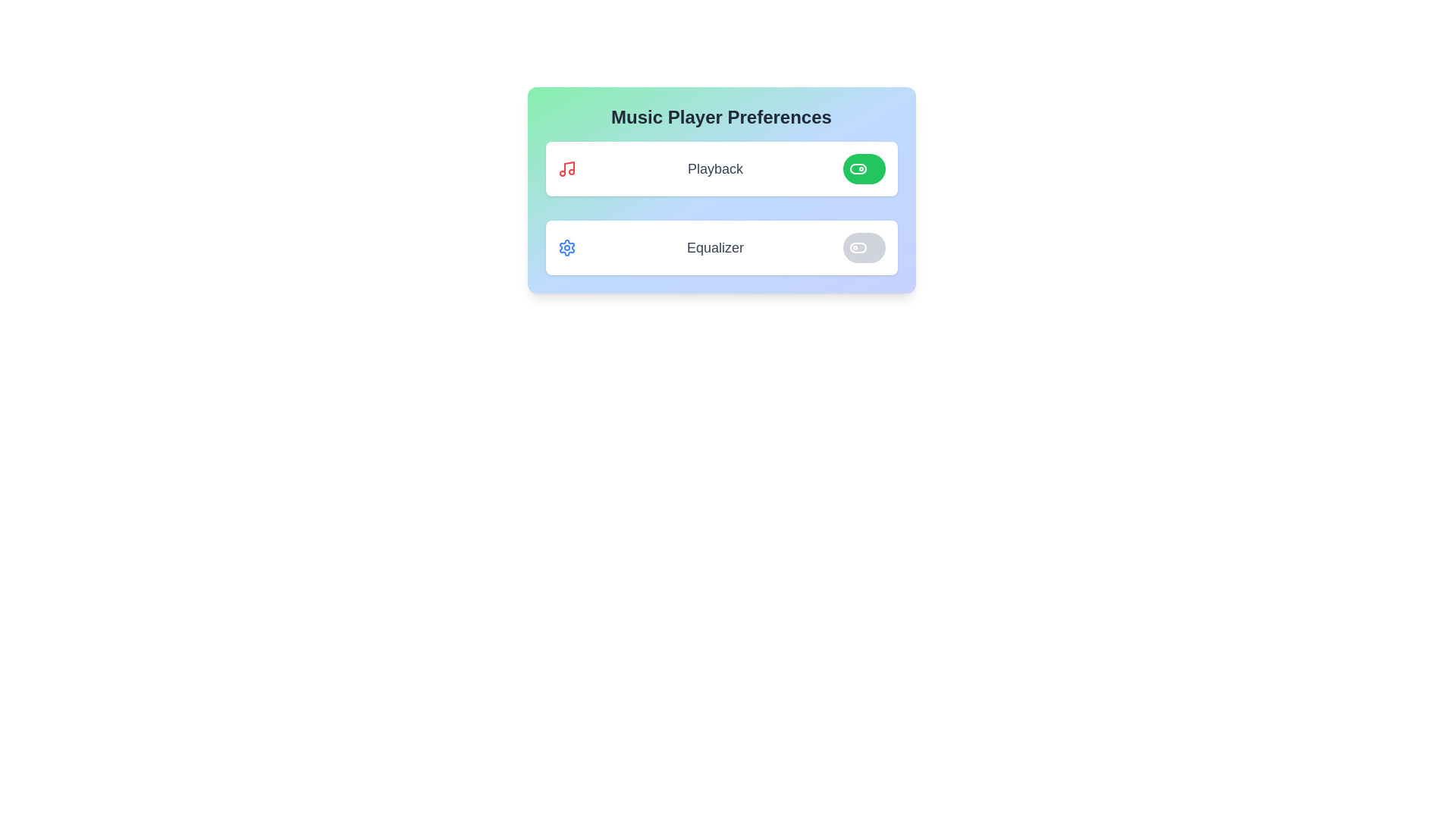 The image size is (1456, 819). Describe the element at coordinates (858, 247) in the screenshot. I see `the toggle switch for the 'Equalizer' setting in the 'Music Player Preferences' panel` at that location.